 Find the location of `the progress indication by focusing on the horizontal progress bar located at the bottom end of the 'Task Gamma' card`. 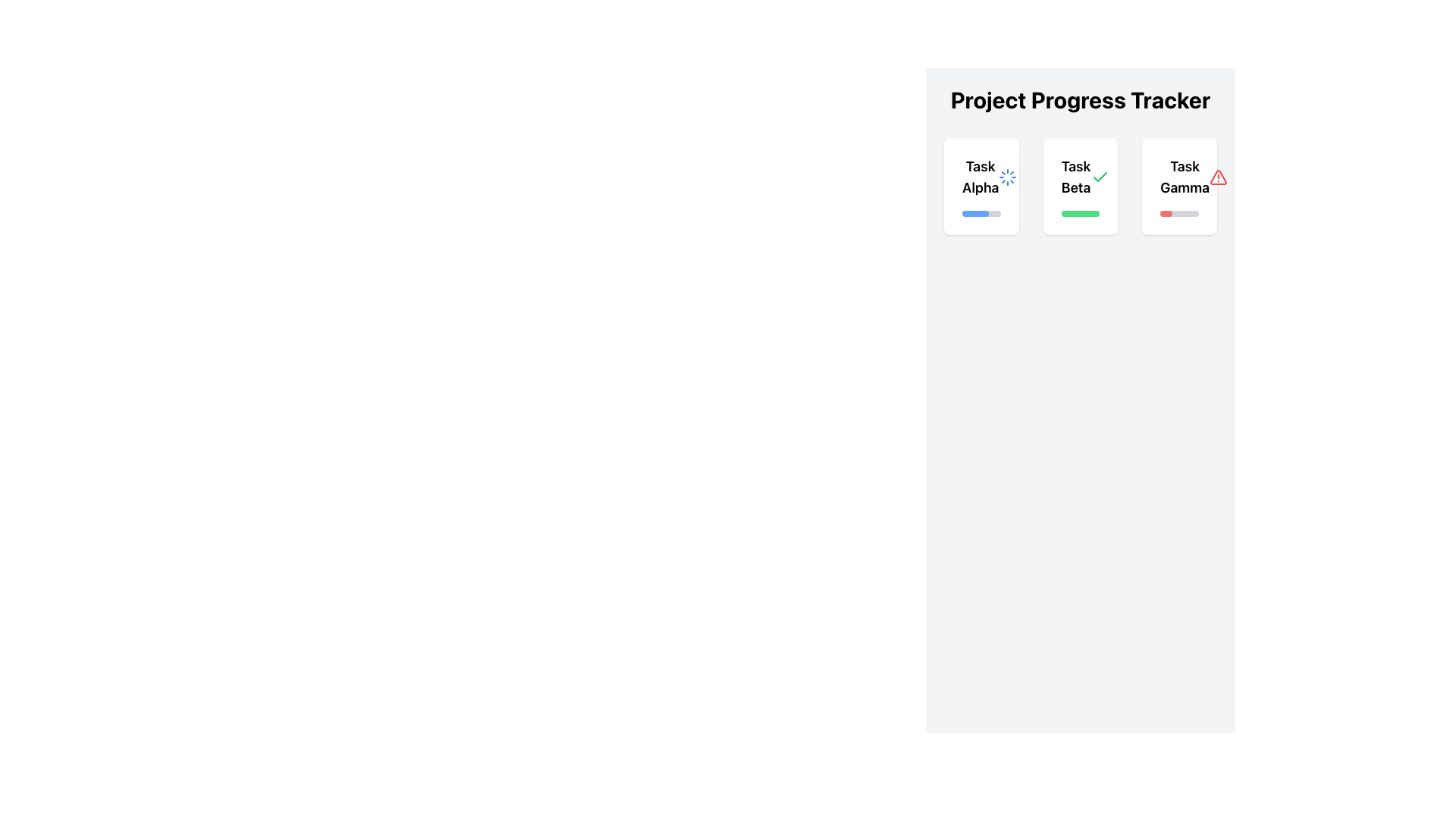

the progress indication by focusing on the horizontal progress bar located at the bottom end of the 'Task Gamma' card is located at coordinates (1178, 213).